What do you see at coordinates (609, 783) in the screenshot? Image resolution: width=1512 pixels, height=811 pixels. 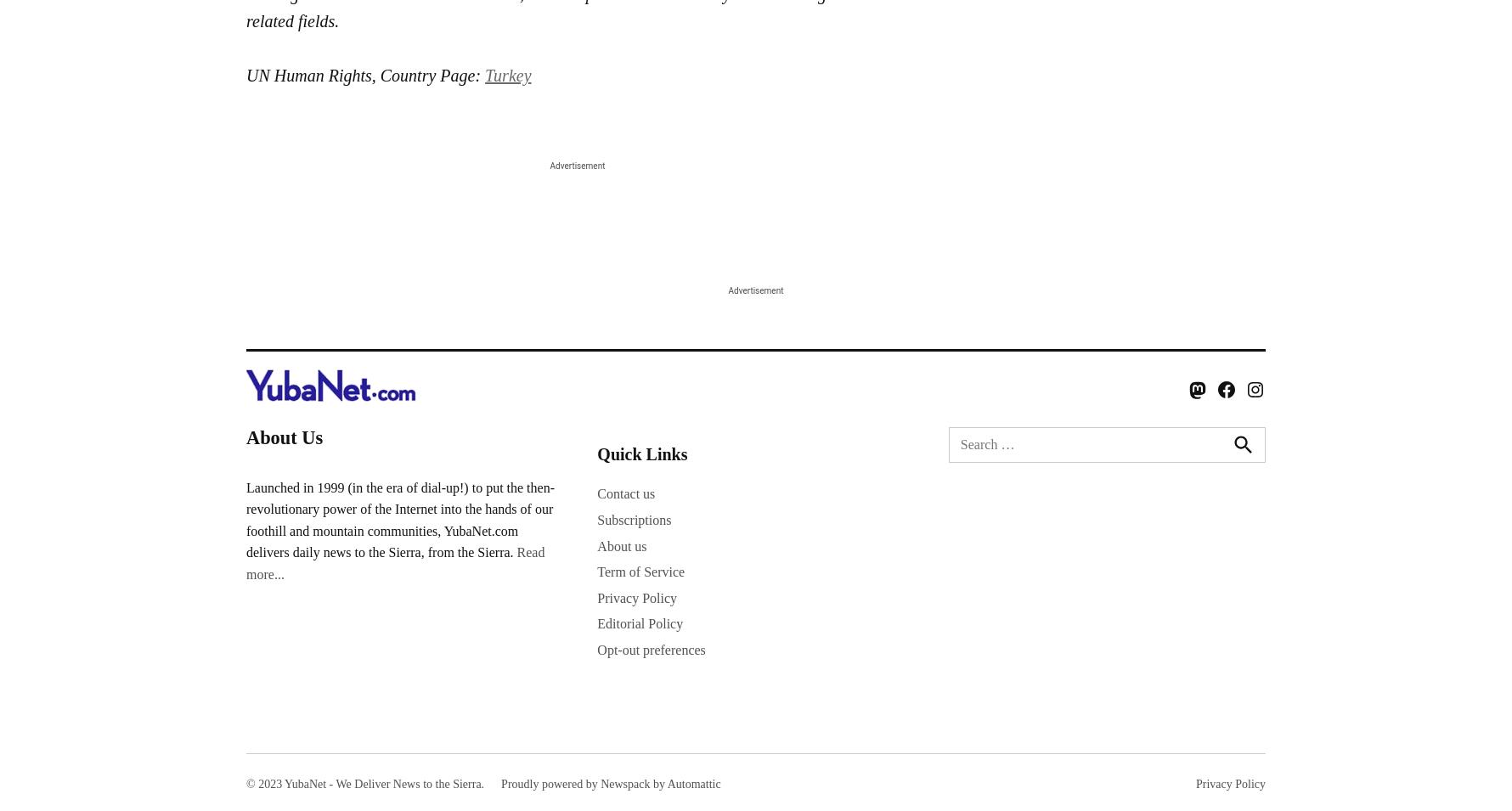 I see `'Proudly powered by Newspack by Automattic'` at bounding box center [609, 783].